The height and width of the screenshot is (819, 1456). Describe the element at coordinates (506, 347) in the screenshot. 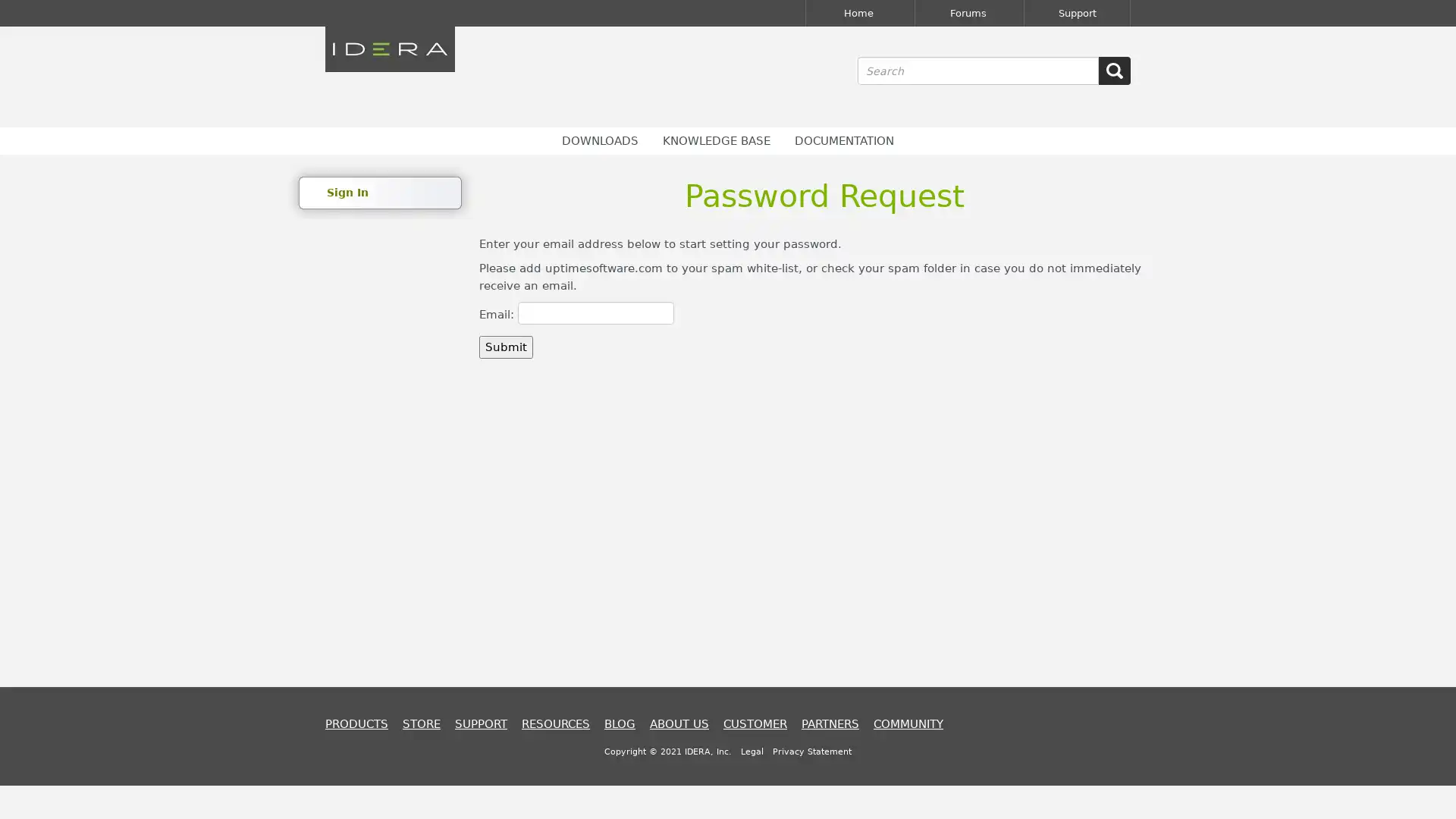

I see `Submit` at that location.